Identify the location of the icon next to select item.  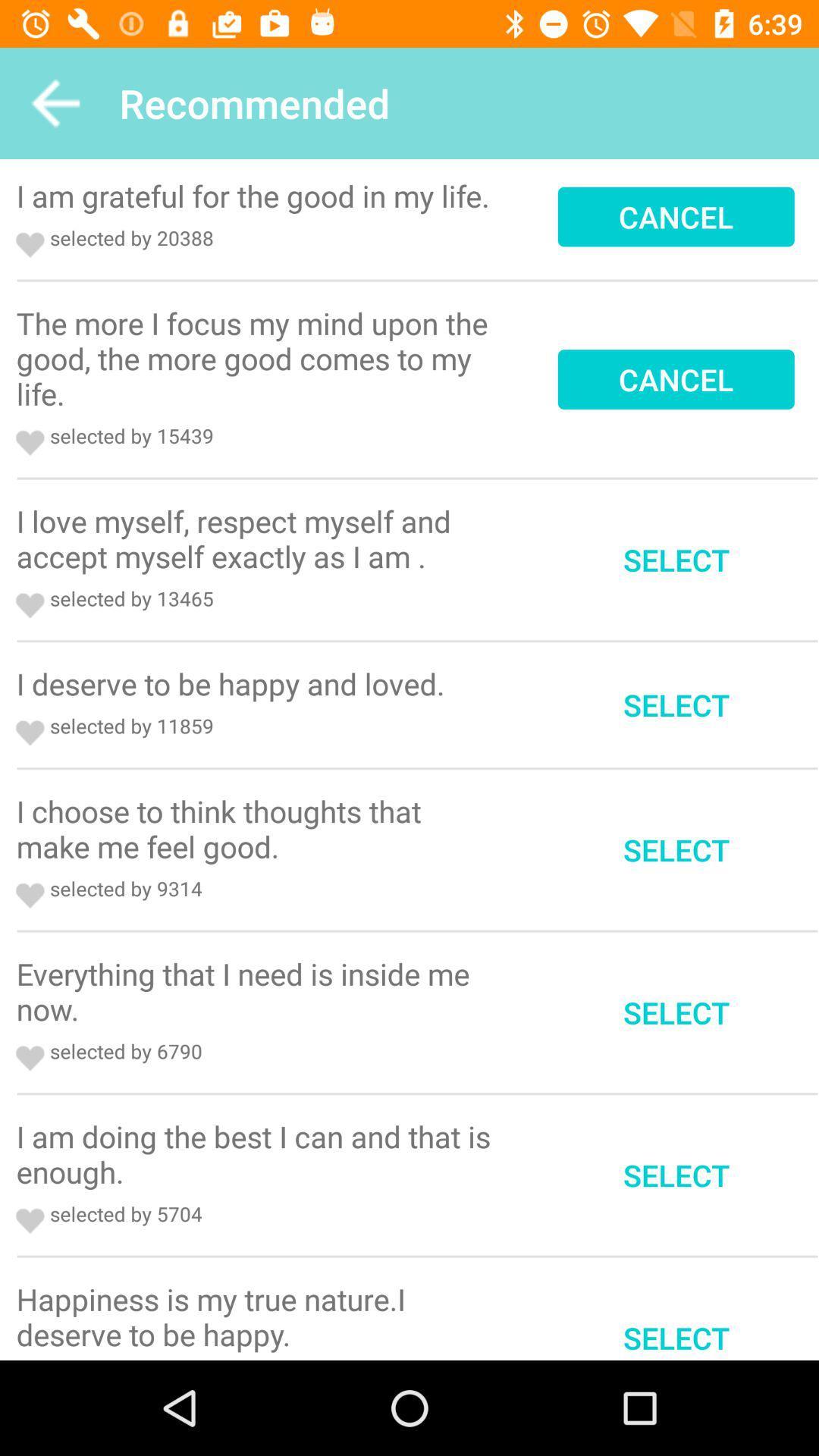
(258, 1316).